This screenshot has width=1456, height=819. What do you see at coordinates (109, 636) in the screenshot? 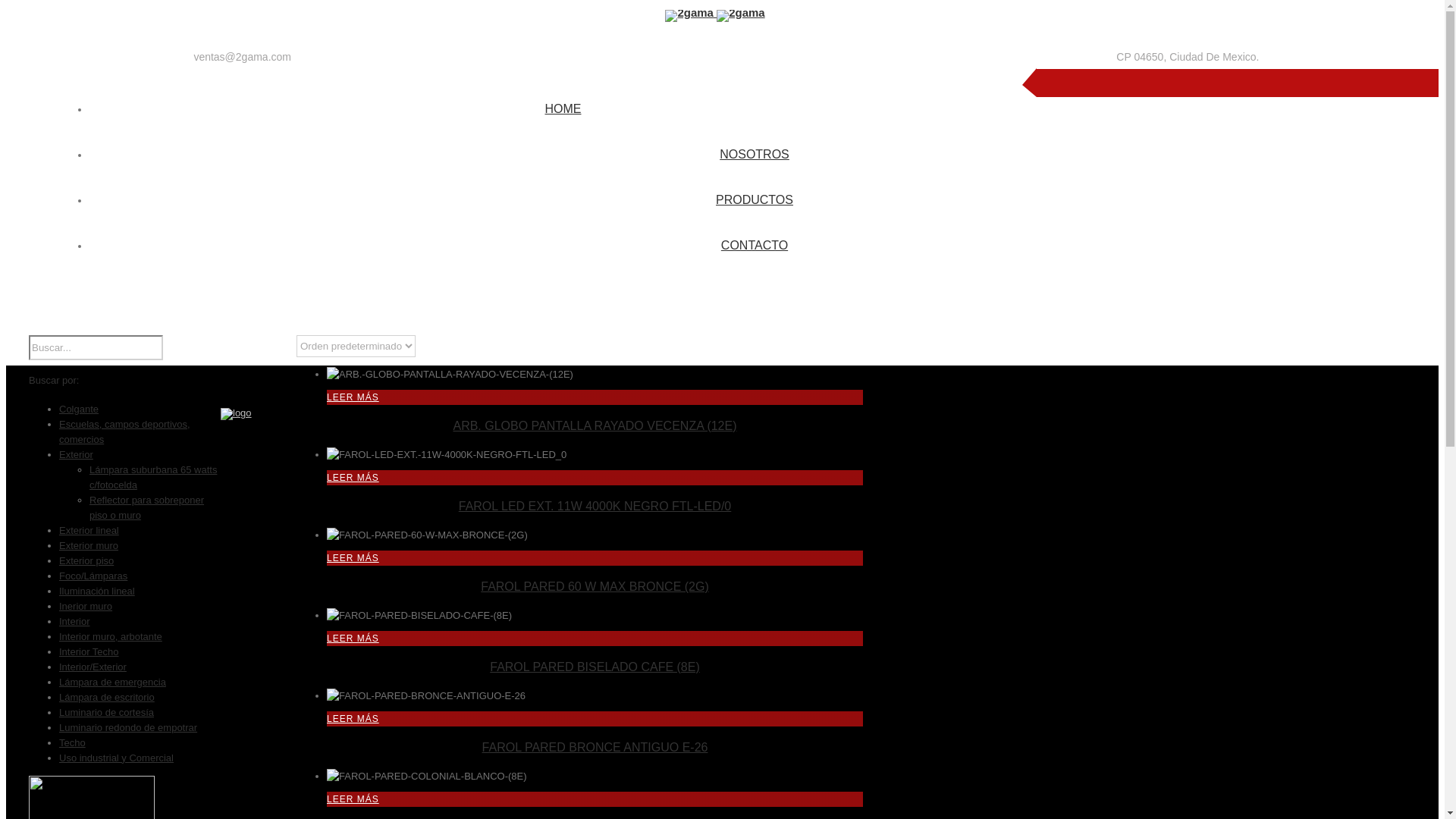
I see `'Interior muro, arbotante'` at bounding box center [109, 636].